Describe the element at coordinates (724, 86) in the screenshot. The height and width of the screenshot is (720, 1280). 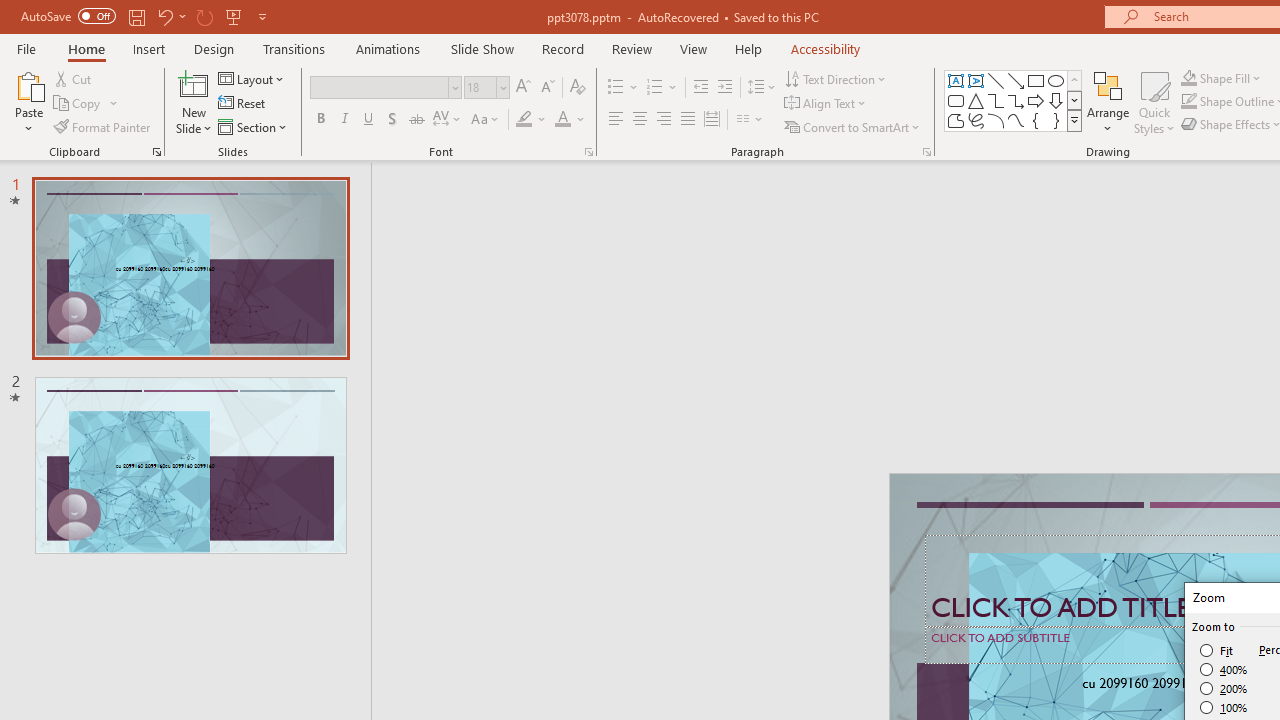
I see `'Increase Indent'` at that location.